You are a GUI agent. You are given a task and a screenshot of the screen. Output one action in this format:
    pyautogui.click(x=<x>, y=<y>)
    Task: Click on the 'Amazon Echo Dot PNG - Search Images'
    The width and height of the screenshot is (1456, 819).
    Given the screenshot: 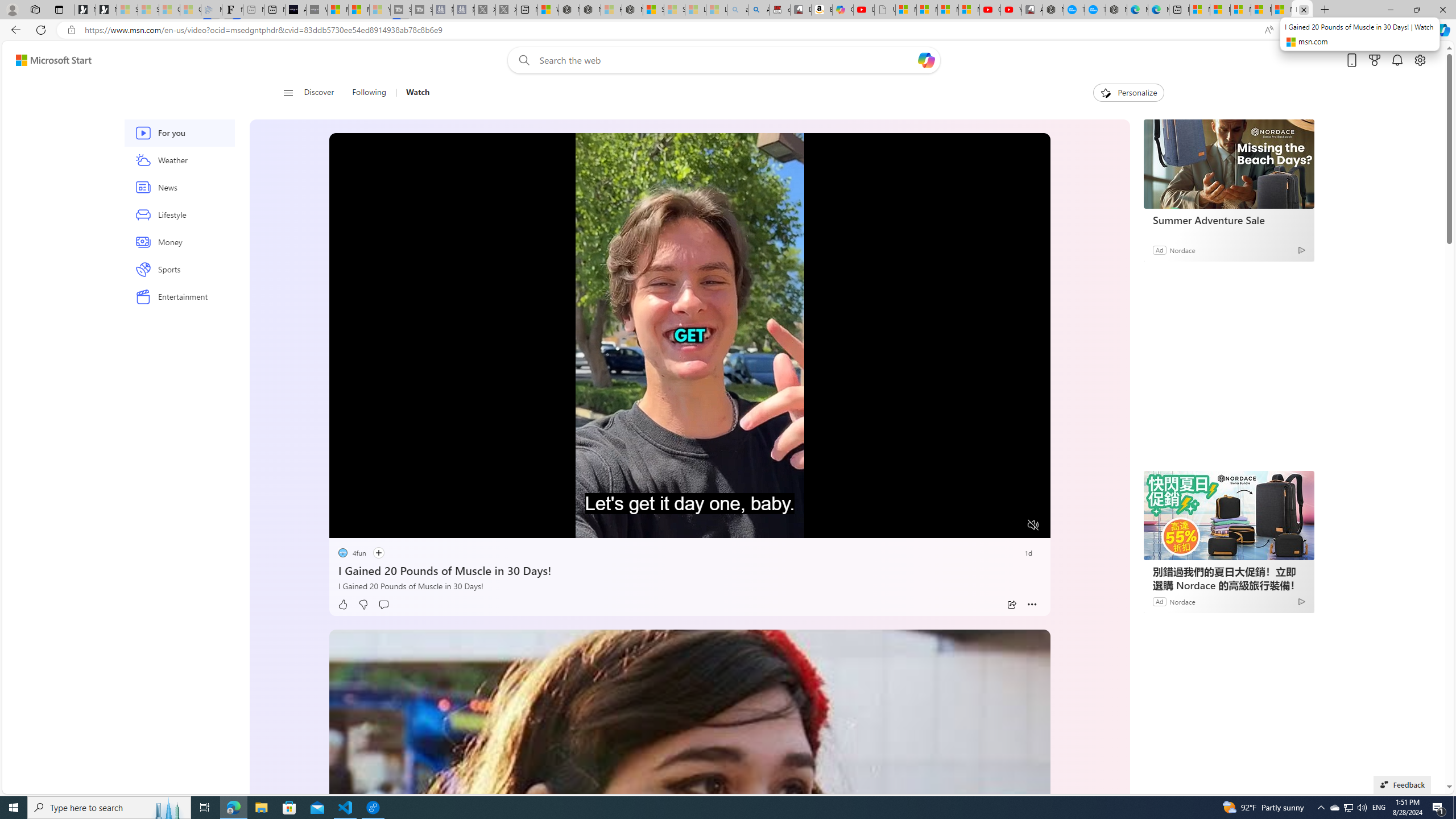 What is the action you would take?
    pyautogui.click(x=759, y=9)
    